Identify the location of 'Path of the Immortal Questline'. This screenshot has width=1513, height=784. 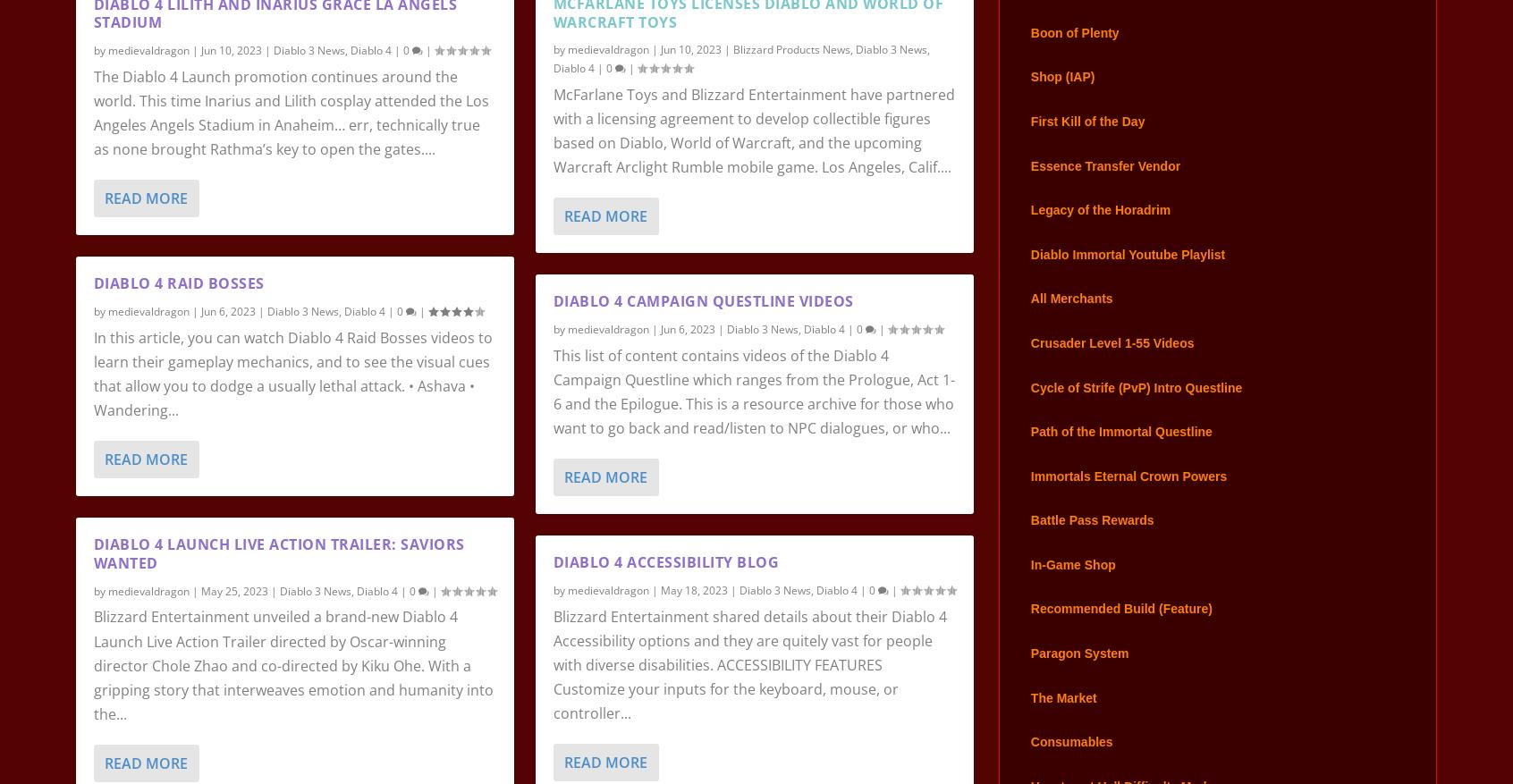
(1029, 454).